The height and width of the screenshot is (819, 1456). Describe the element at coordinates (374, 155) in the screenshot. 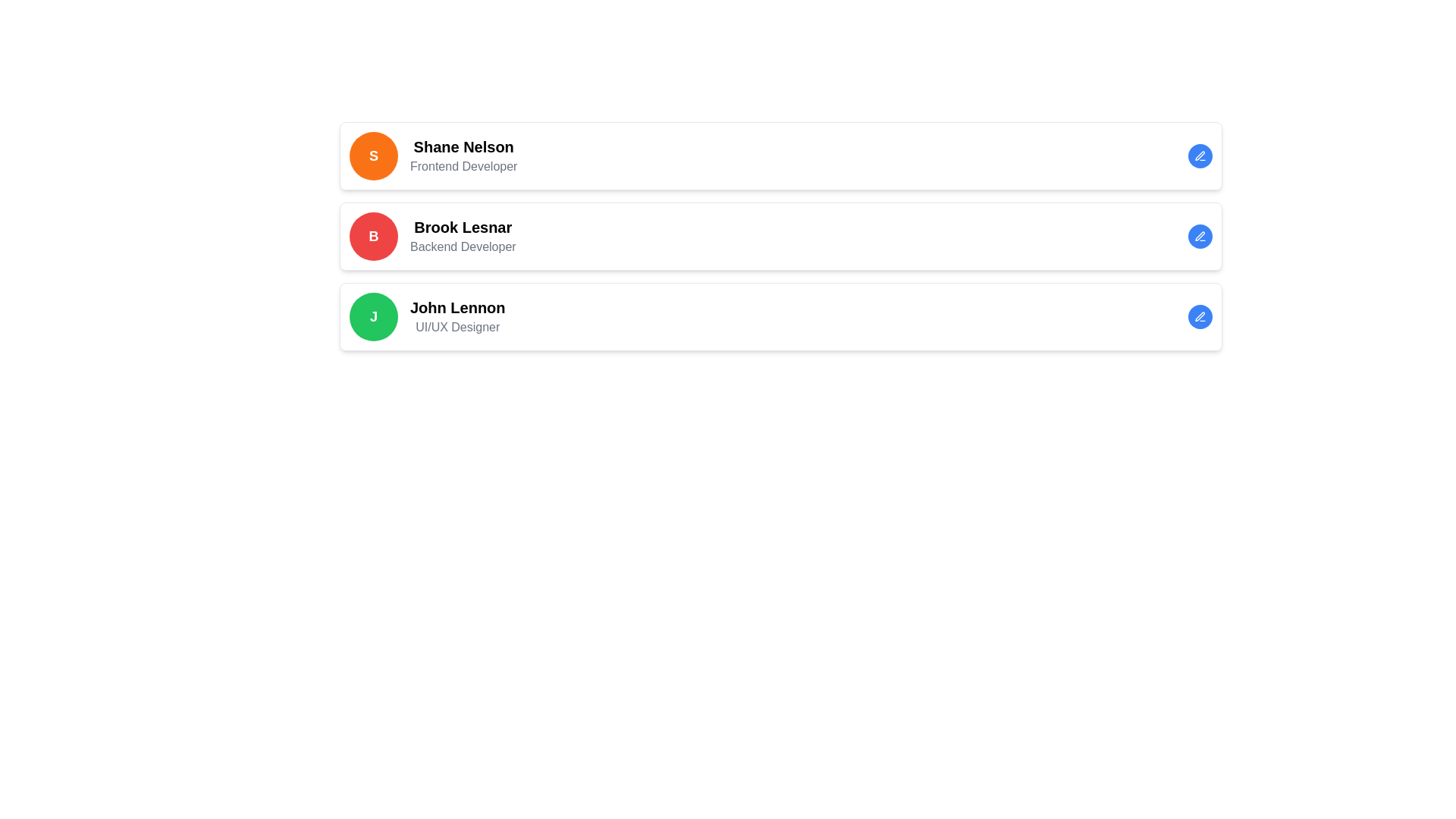

I see `the Avatar/Icon representing Shane Nelson` at that location.